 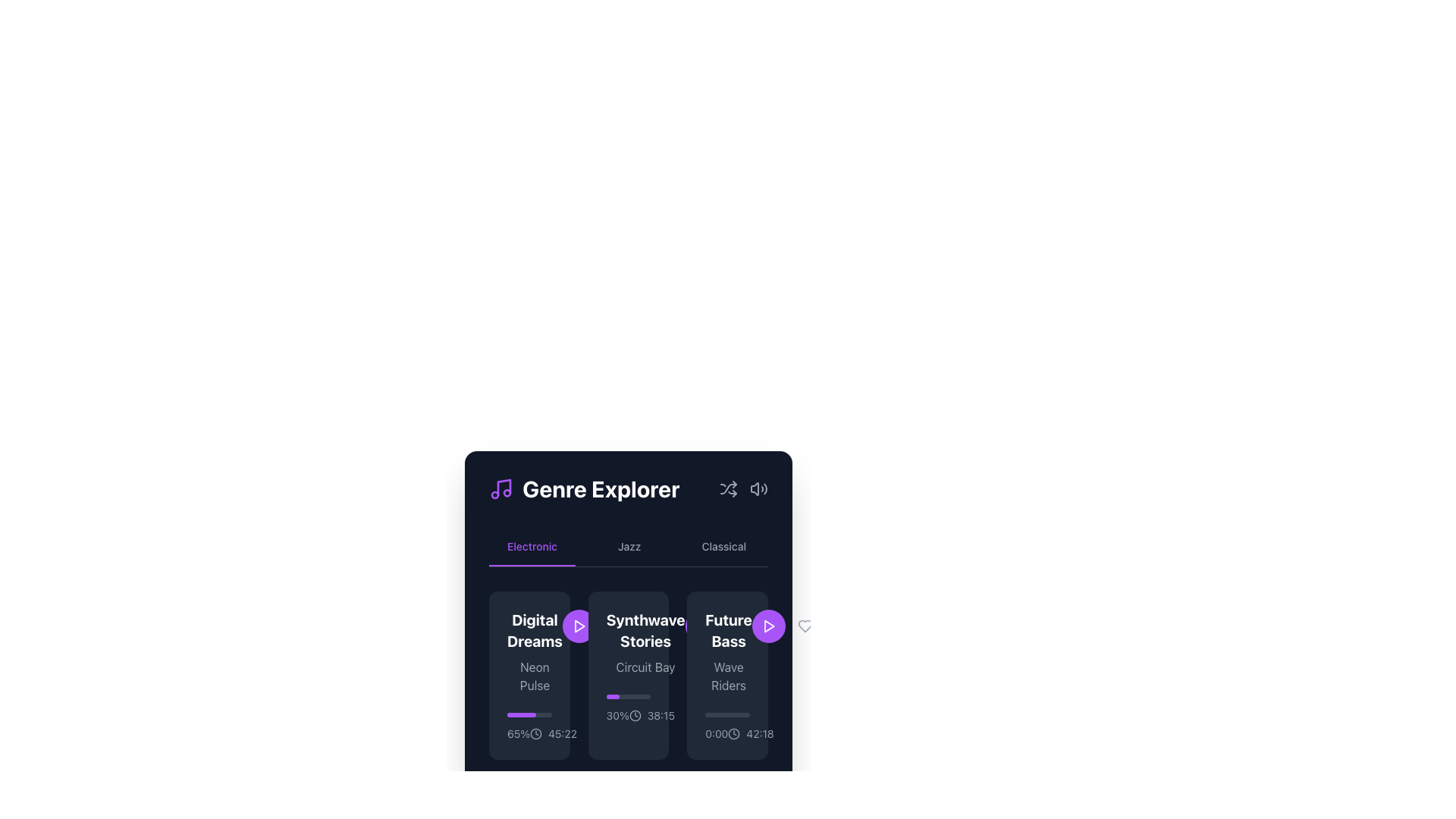 What do you see at coordinates (728, 488) in the screenshot?
I see `the shuffle mode icon button located in the header toolbar of the 'Genre Explorer' module to observe the color change` at bounding box center [728, 488].